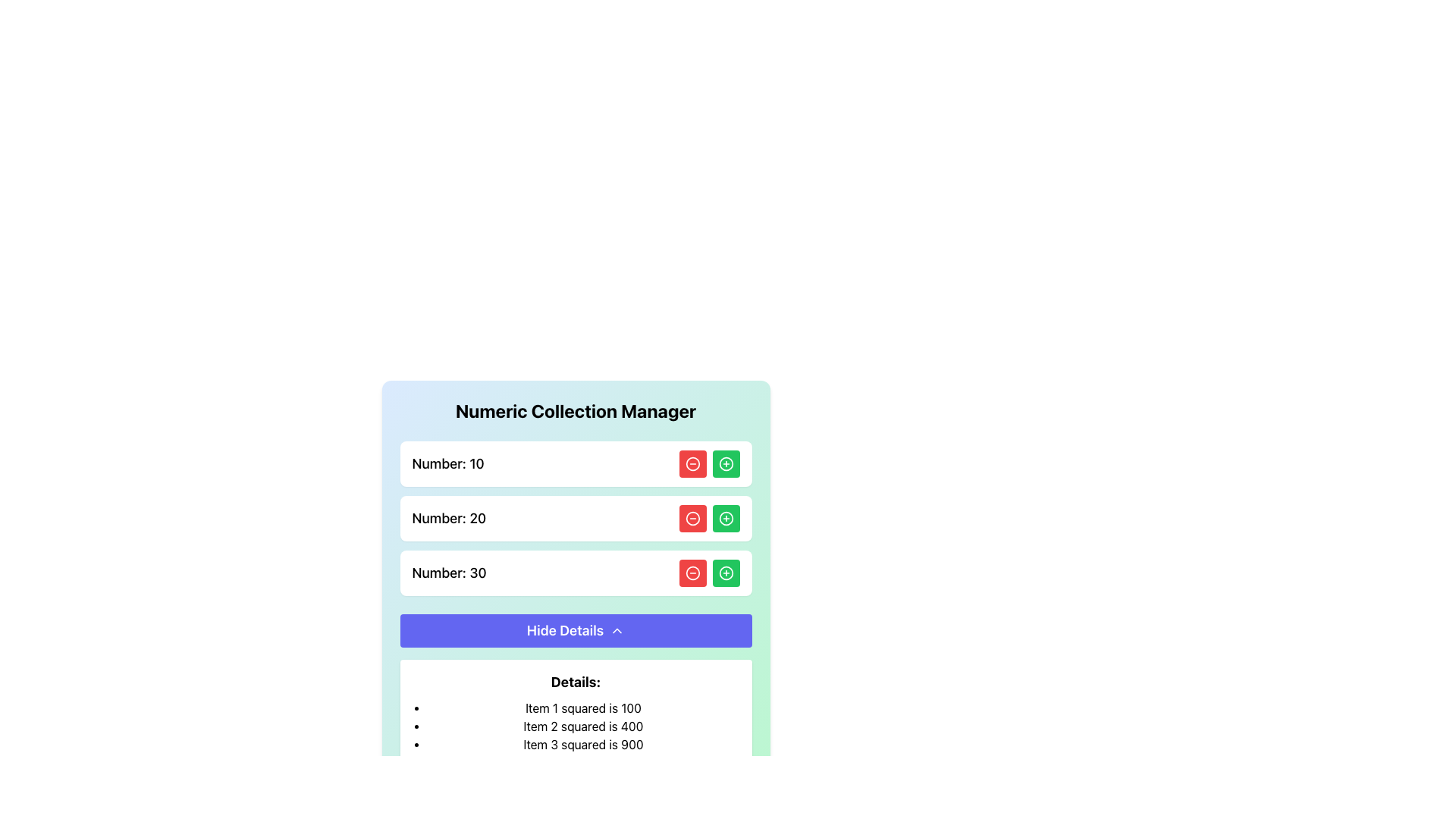  Describe the element at coordinates (575, 463) in the screenshot. I see `the buttons on the first numeric card in the 'Numeric Collection Manager'` at that location.